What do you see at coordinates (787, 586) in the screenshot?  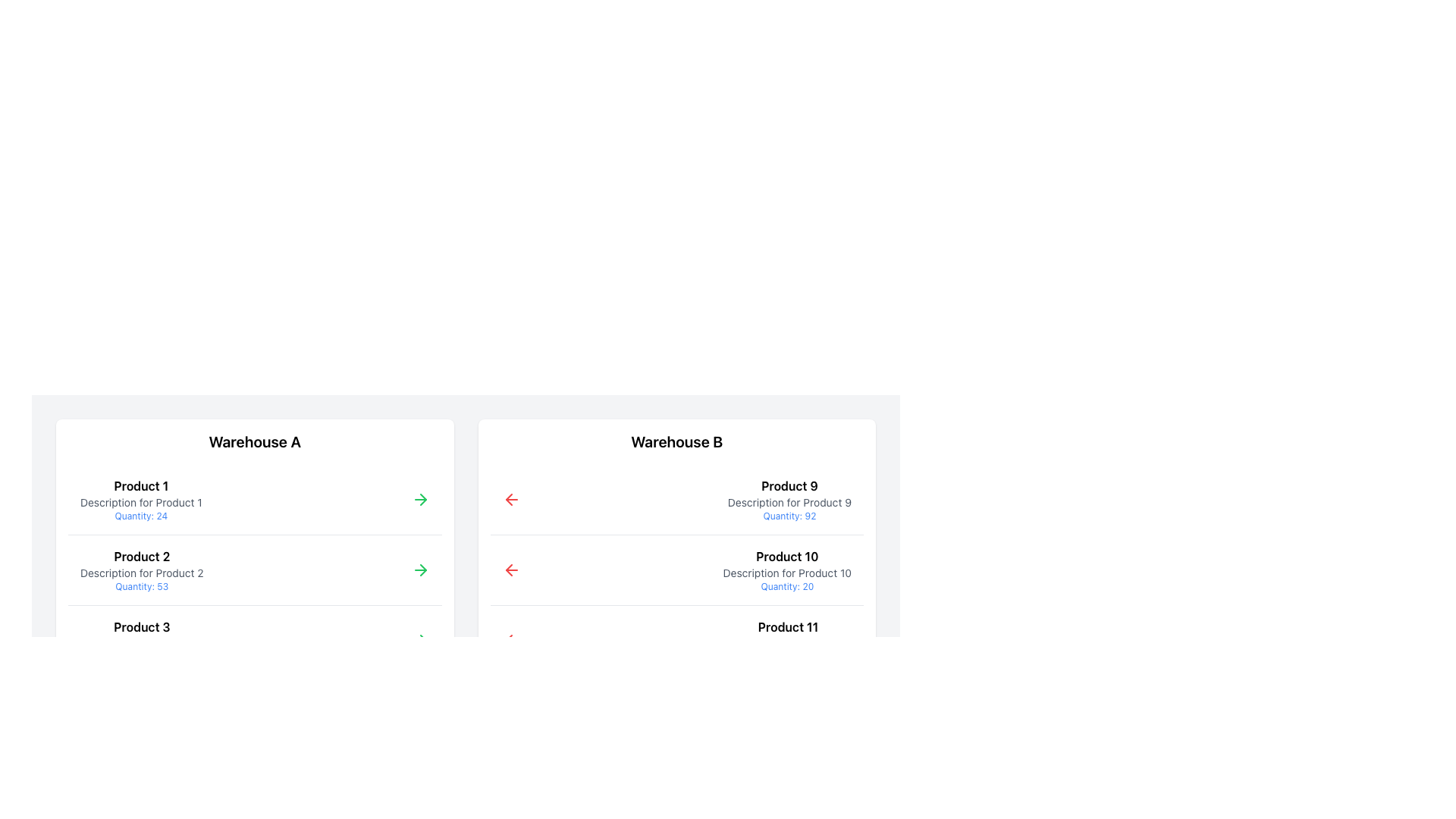 I see `the Static Text Label displaying the quantity of 20 units, located beneath 'Description for Product 10' in the Warehouse B section` at bounding box center [787, 586].